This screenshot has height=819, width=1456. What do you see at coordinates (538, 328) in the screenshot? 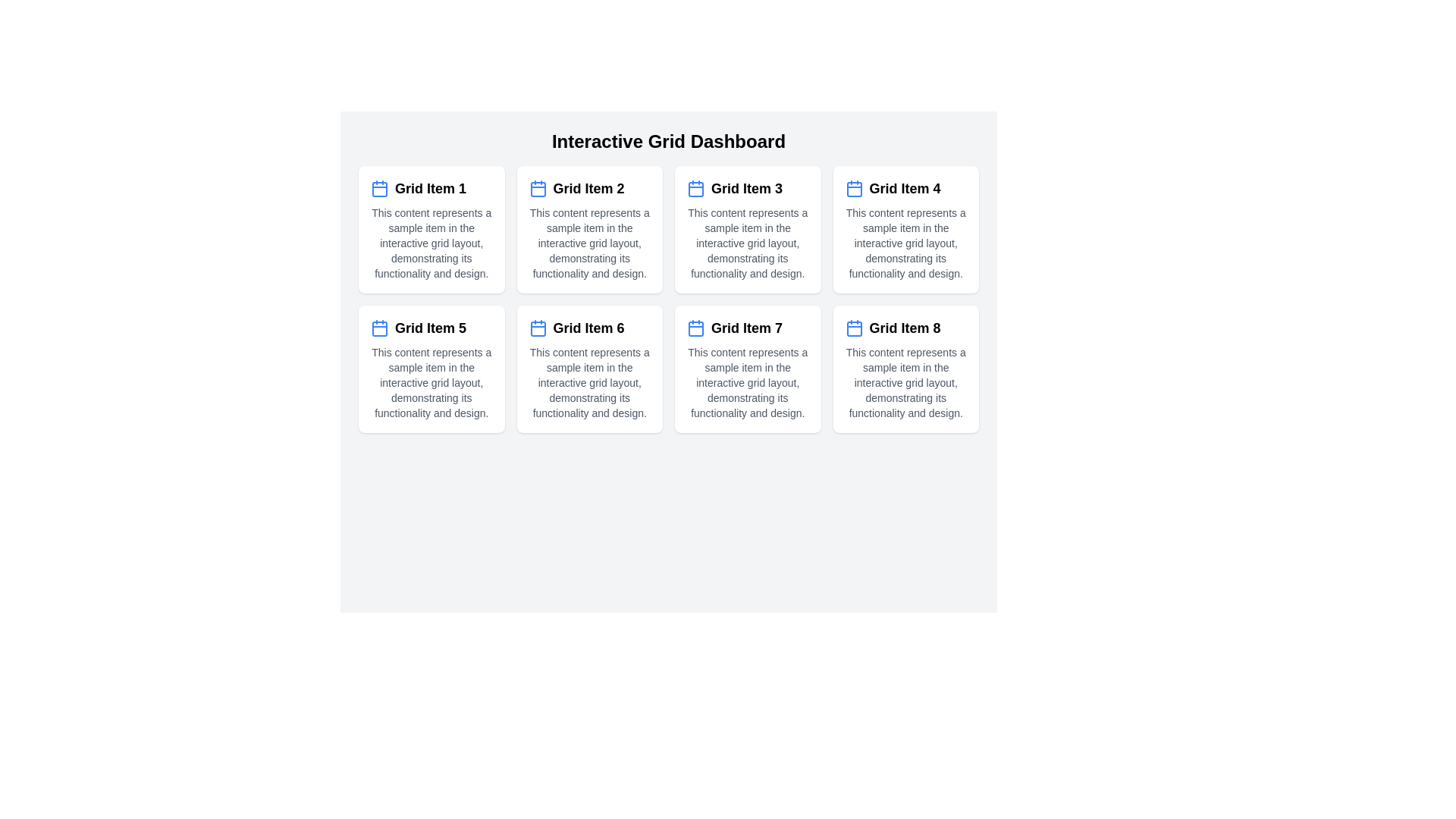
I see `the rounded rectangle with a blue border and light background that represents the body of the calendar icon` at bounding box center [538, 328].